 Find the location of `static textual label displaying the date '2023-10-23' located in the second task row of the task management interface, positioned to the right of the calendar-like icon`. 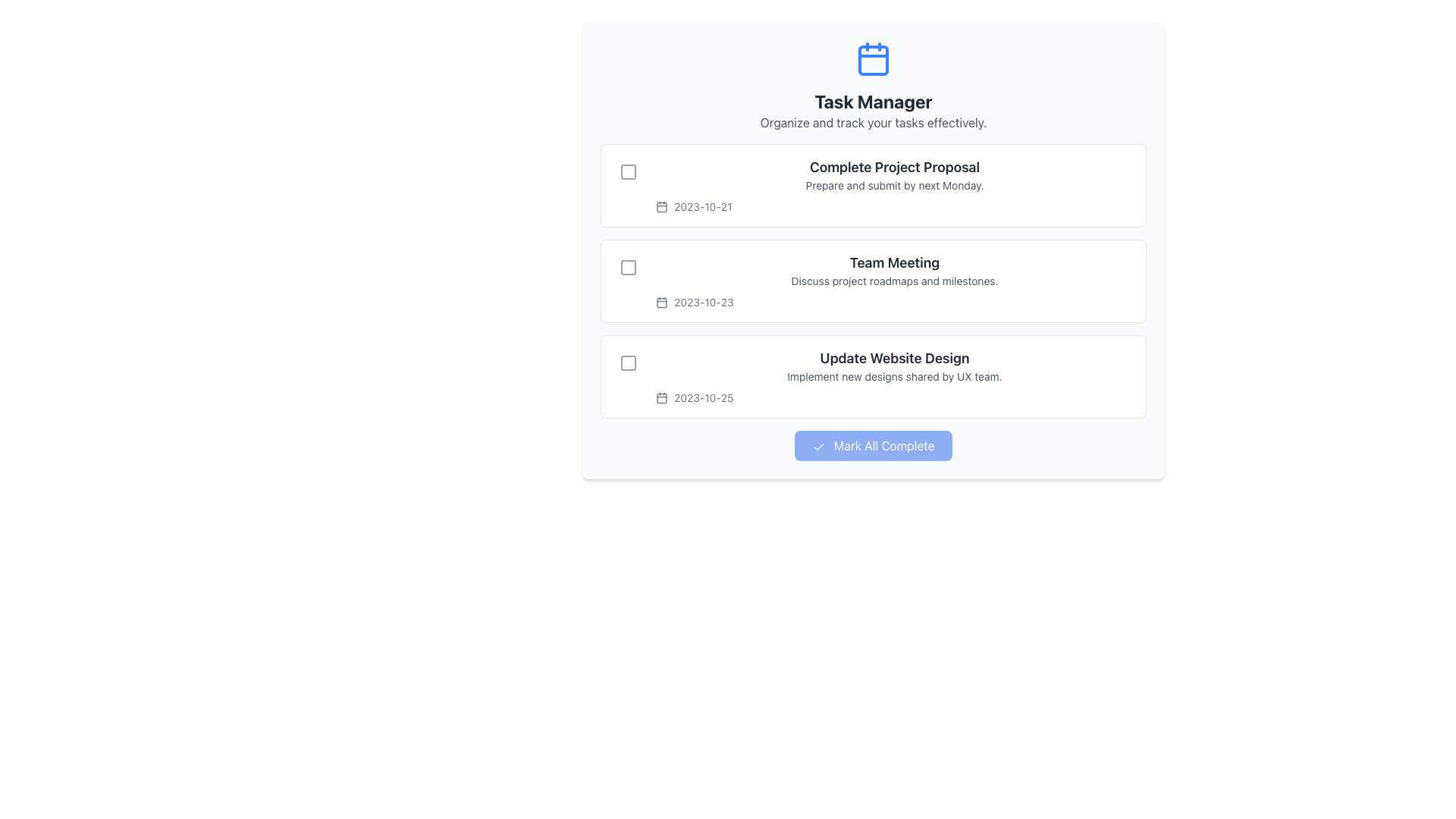

static textual label displaying the date '2023-10-23' located in the second task row of the task management interface, positioned to the right of the calendar-like icon is located at coordinates (703, 302).